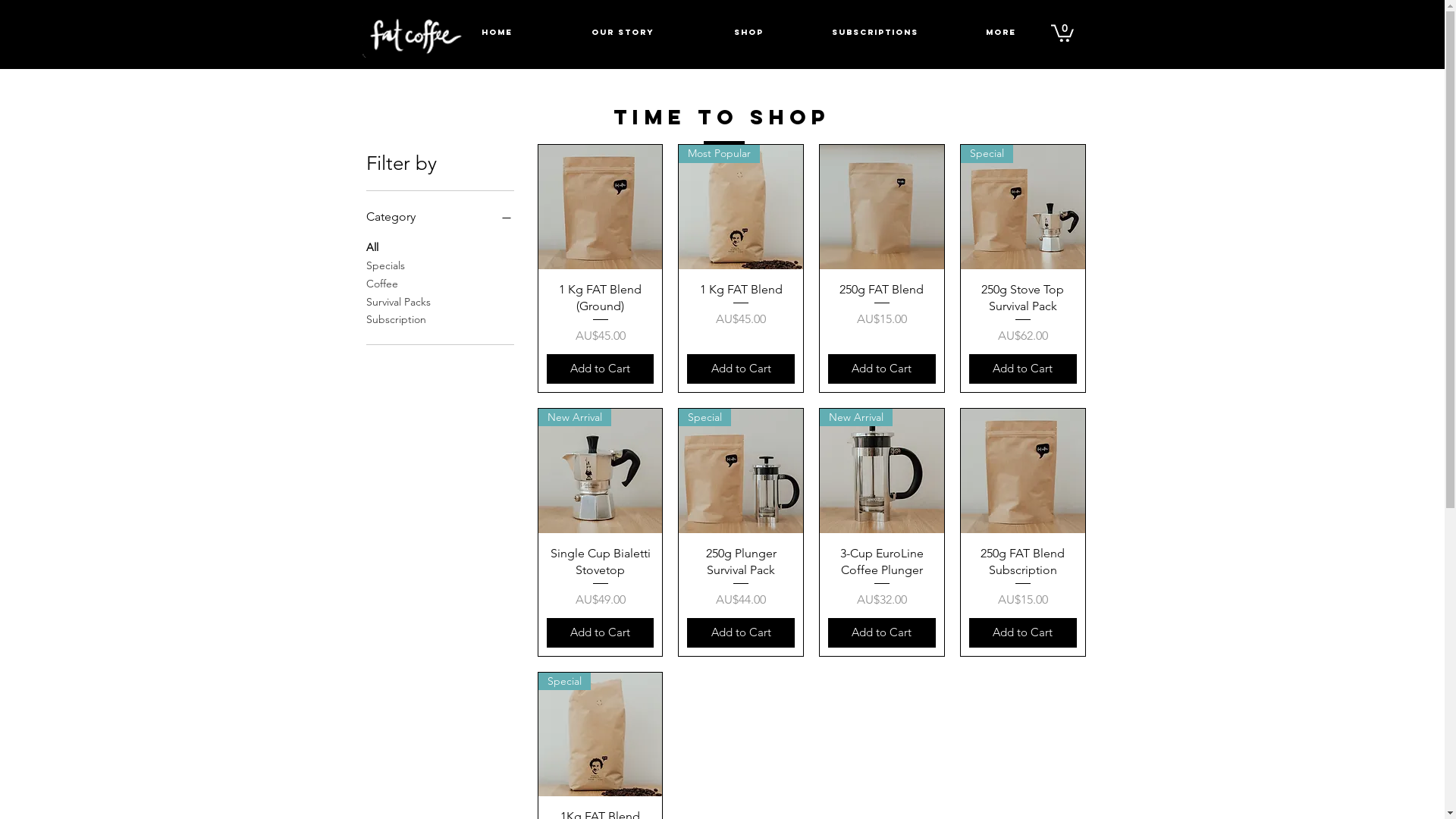 The image size is (1456, 819). What do you see at coordinates (881, 312) in the screenshot?
I see `'250g FAT Blend` at bounding box center [881, 312].